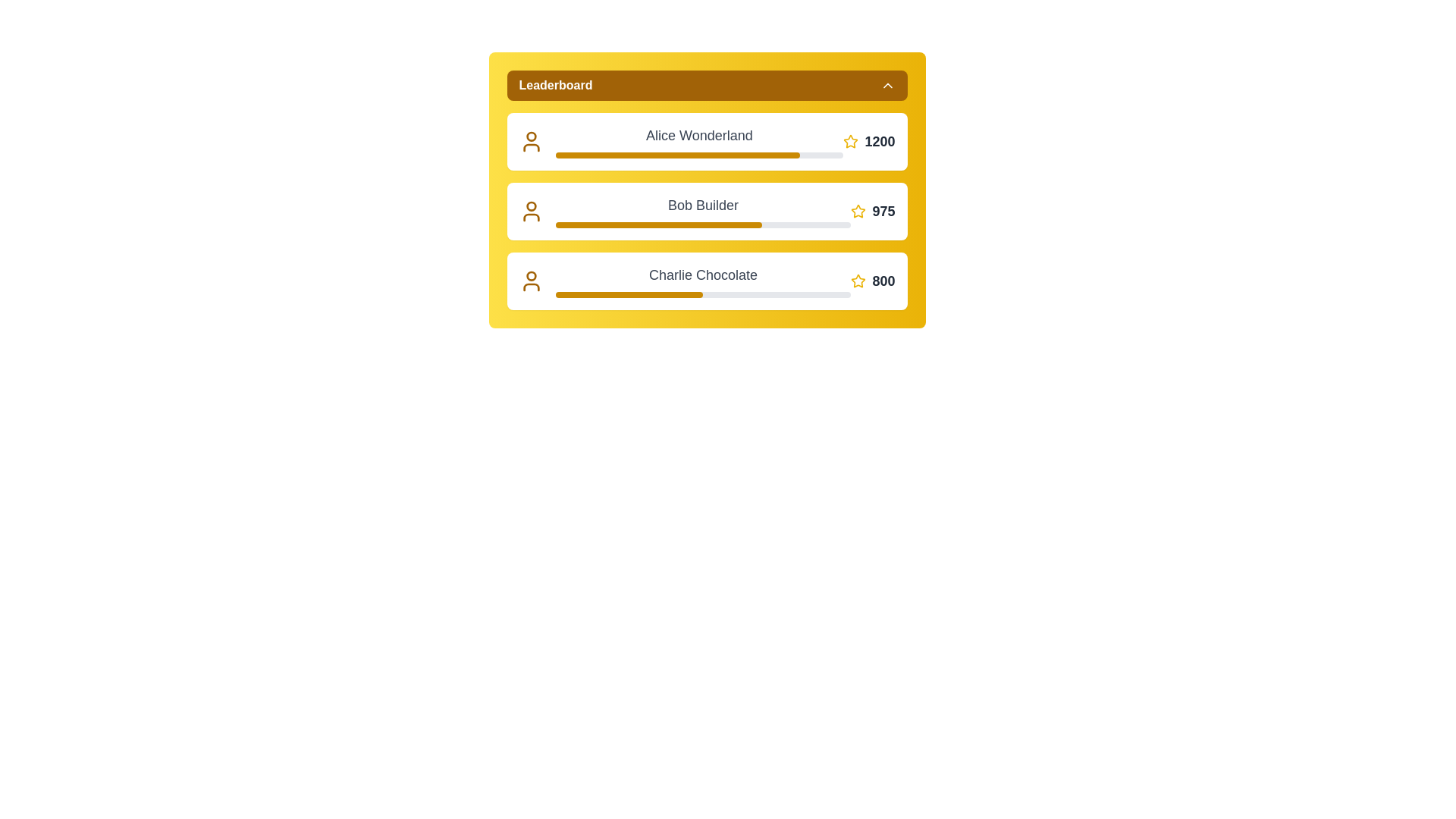 The height and width of the screenshot is (819, 1456). Describe the element at coordinates (702, 275) in the screenshot. I see `the text label displaying 'Charlie Chocolate', which is the third entry in the leaderboard, positioned near a progress bar and a yellow star symbol` at that location.